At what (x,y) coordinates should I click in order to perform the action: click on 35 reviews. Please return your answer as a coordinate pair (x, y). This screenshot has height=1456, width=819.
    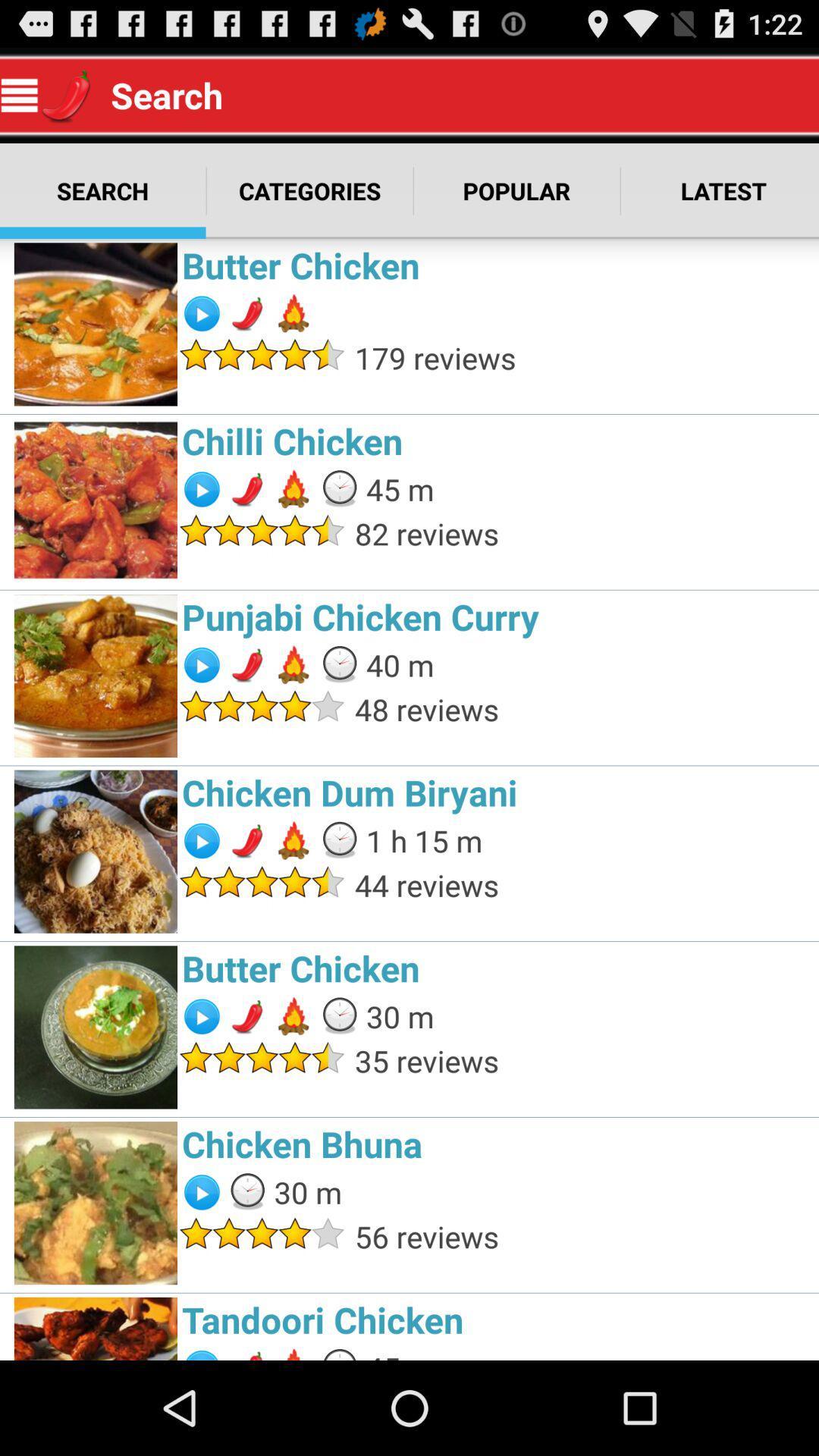
    Looking at the image, I should click on (582, 1060).